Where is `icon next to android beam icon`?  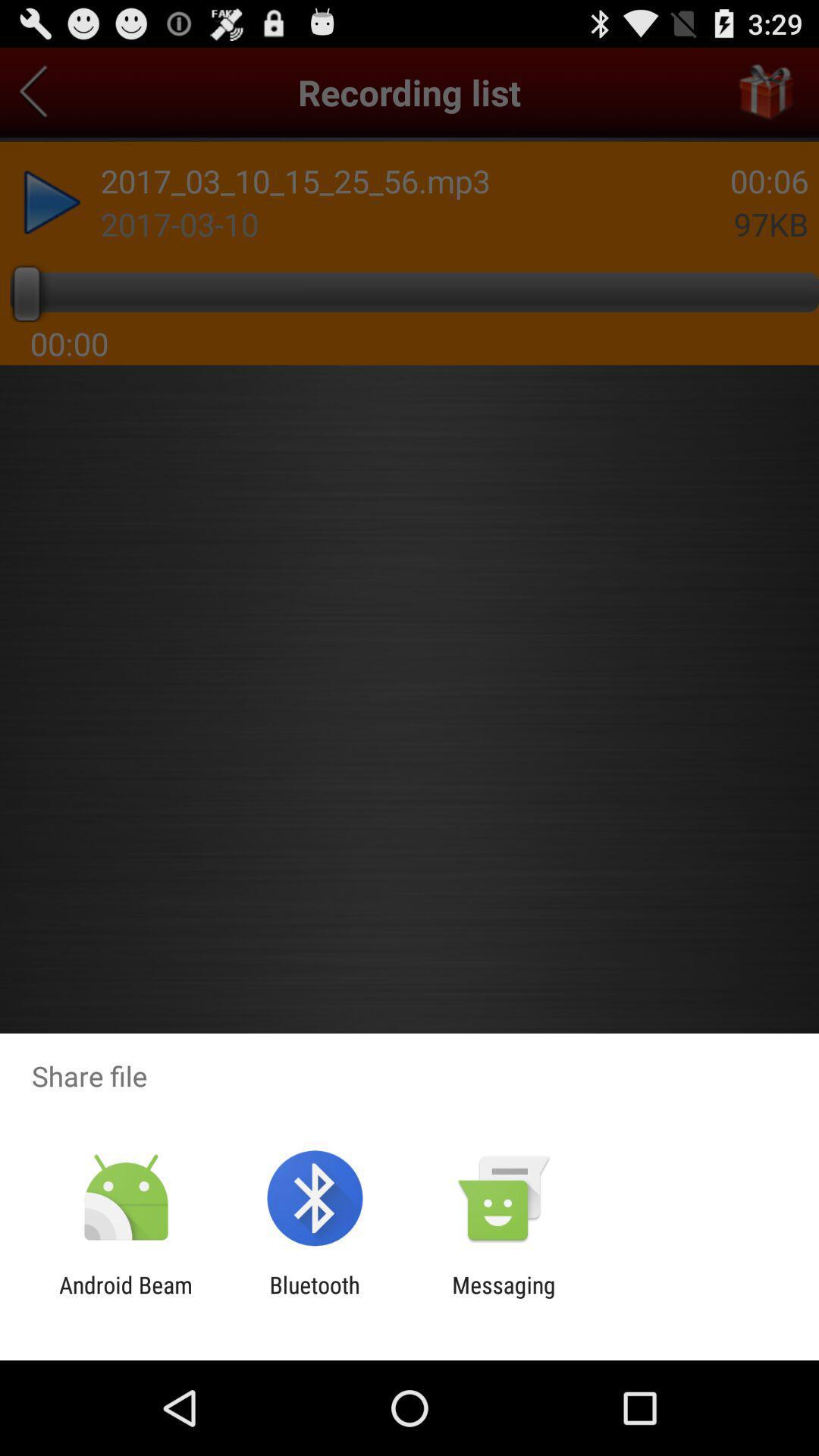 icon next to android beam icon is located at coordinates (314, 1298).